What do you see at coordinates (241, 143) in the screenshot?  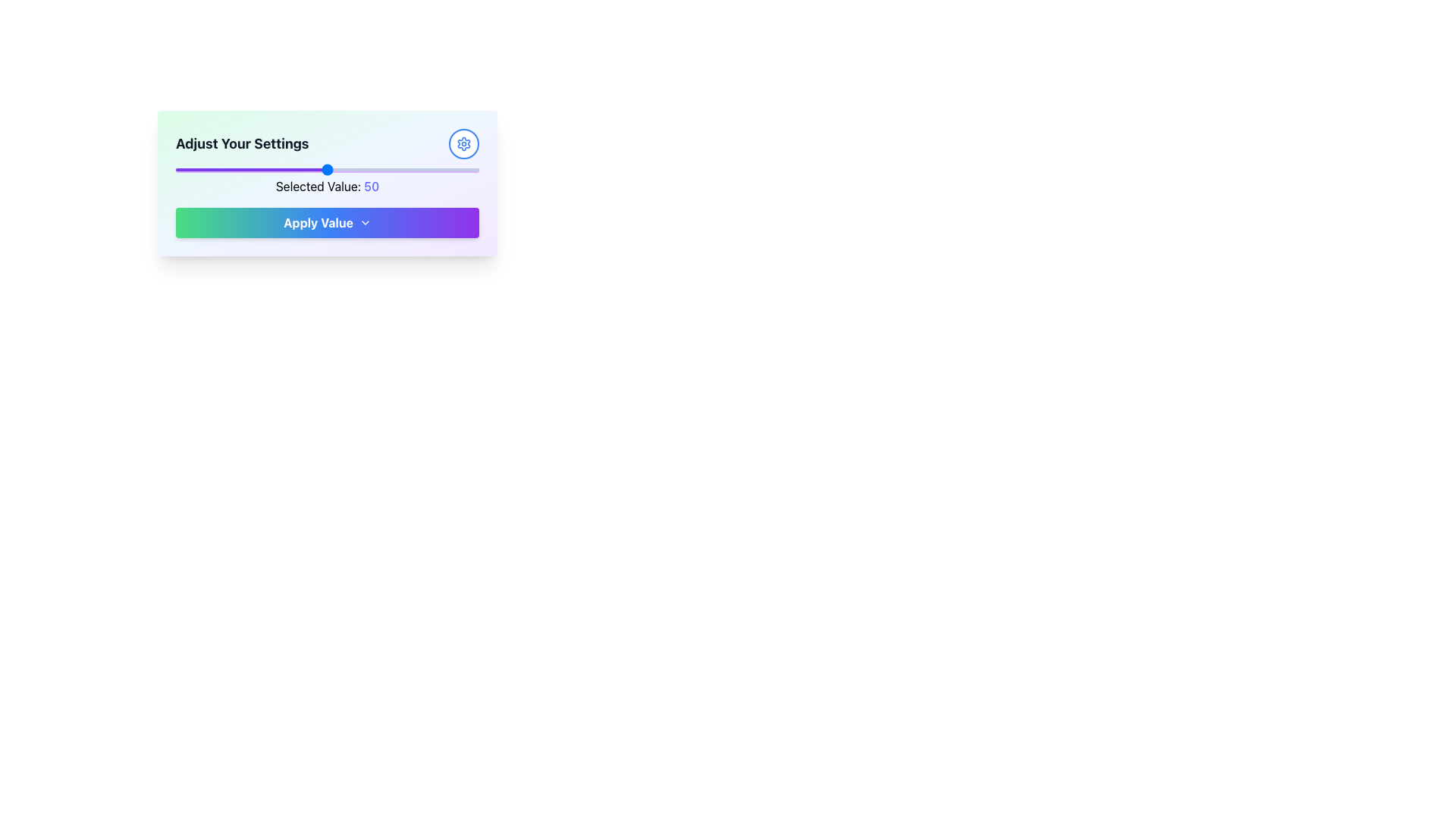 I see `text label that serves as a title or heading for the settings adjustment section, located at the top-left corner of the card layout` at bounding box center [241, 143].